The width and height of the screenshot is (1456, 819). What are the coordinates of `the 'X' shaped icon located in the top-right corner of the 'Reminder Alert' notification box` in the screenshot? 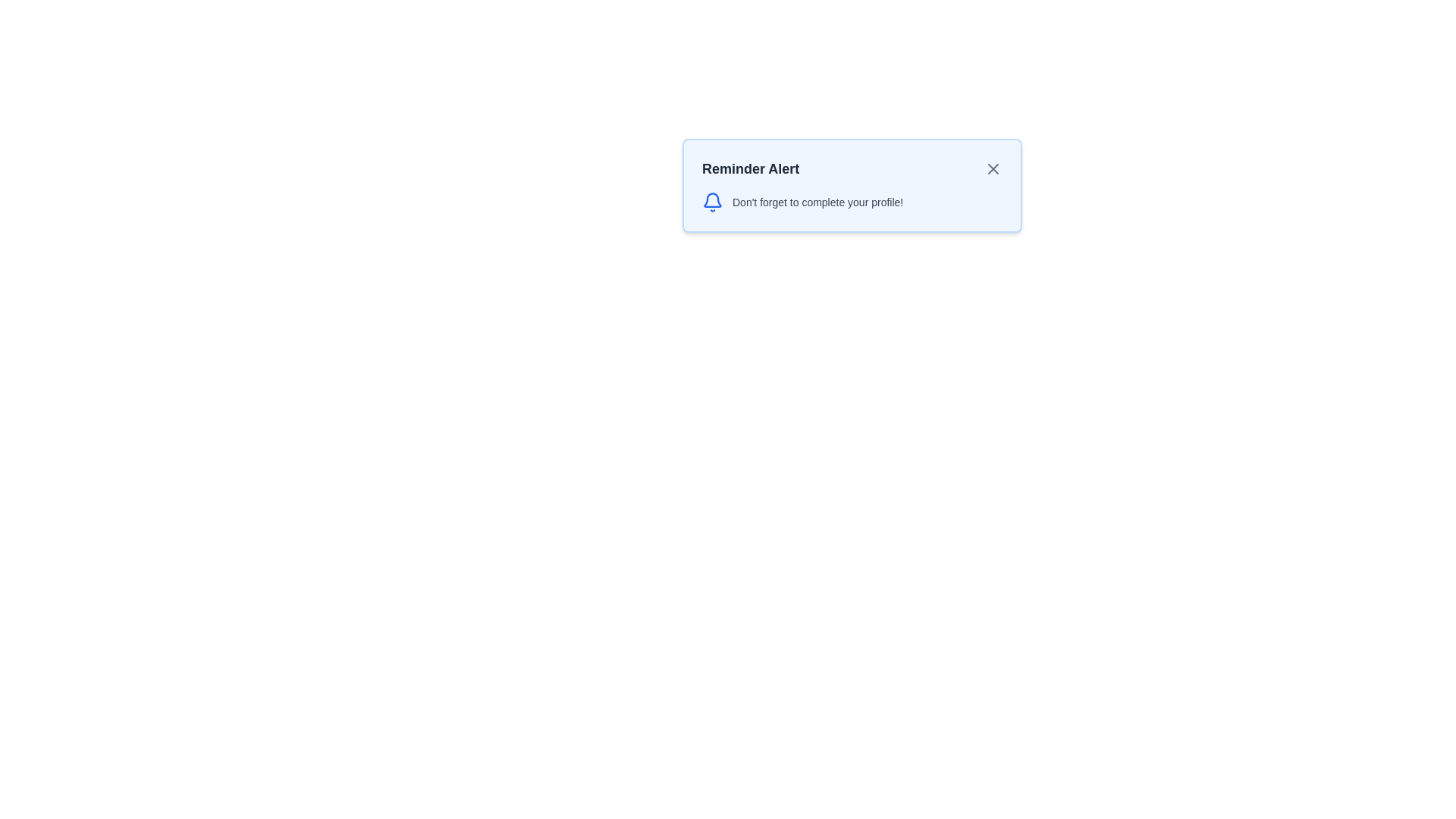 It's located at (993, 169).